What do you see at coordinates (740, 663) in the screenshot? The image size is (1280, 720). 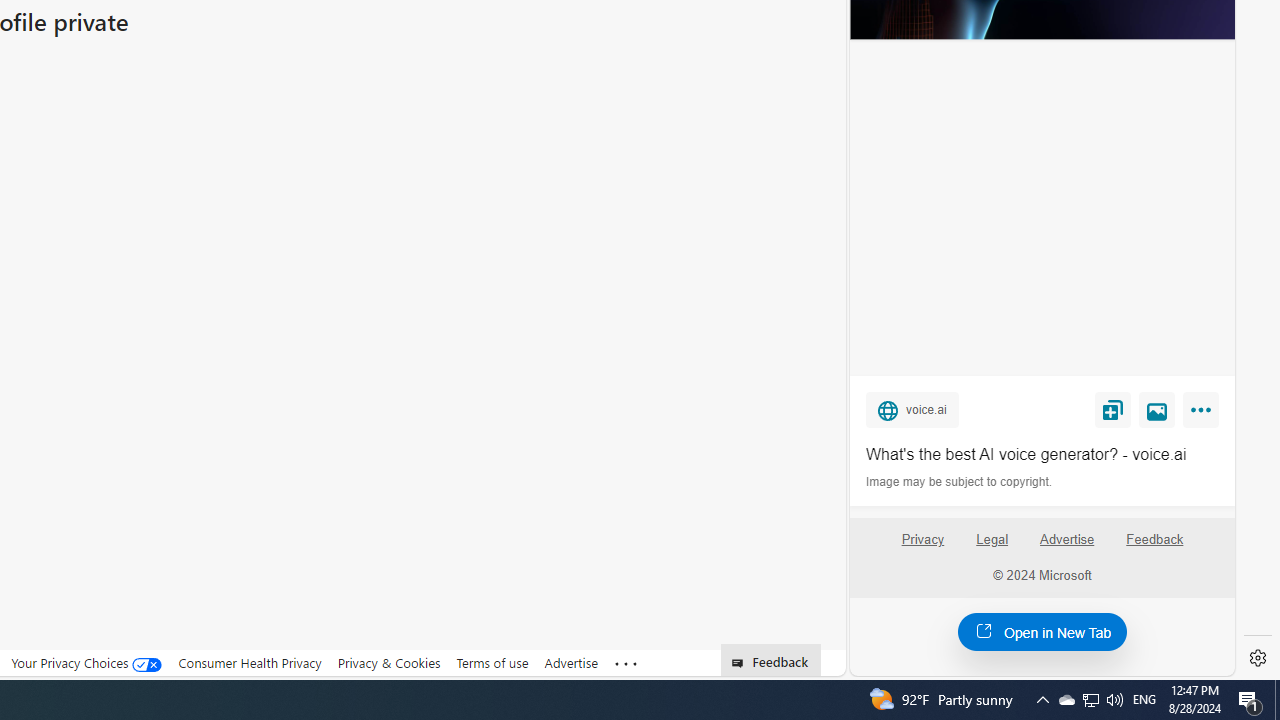 I see `'Class: feedback_link_icon-DS-EntryPoint1-1'` at bounding box center [740, 663].